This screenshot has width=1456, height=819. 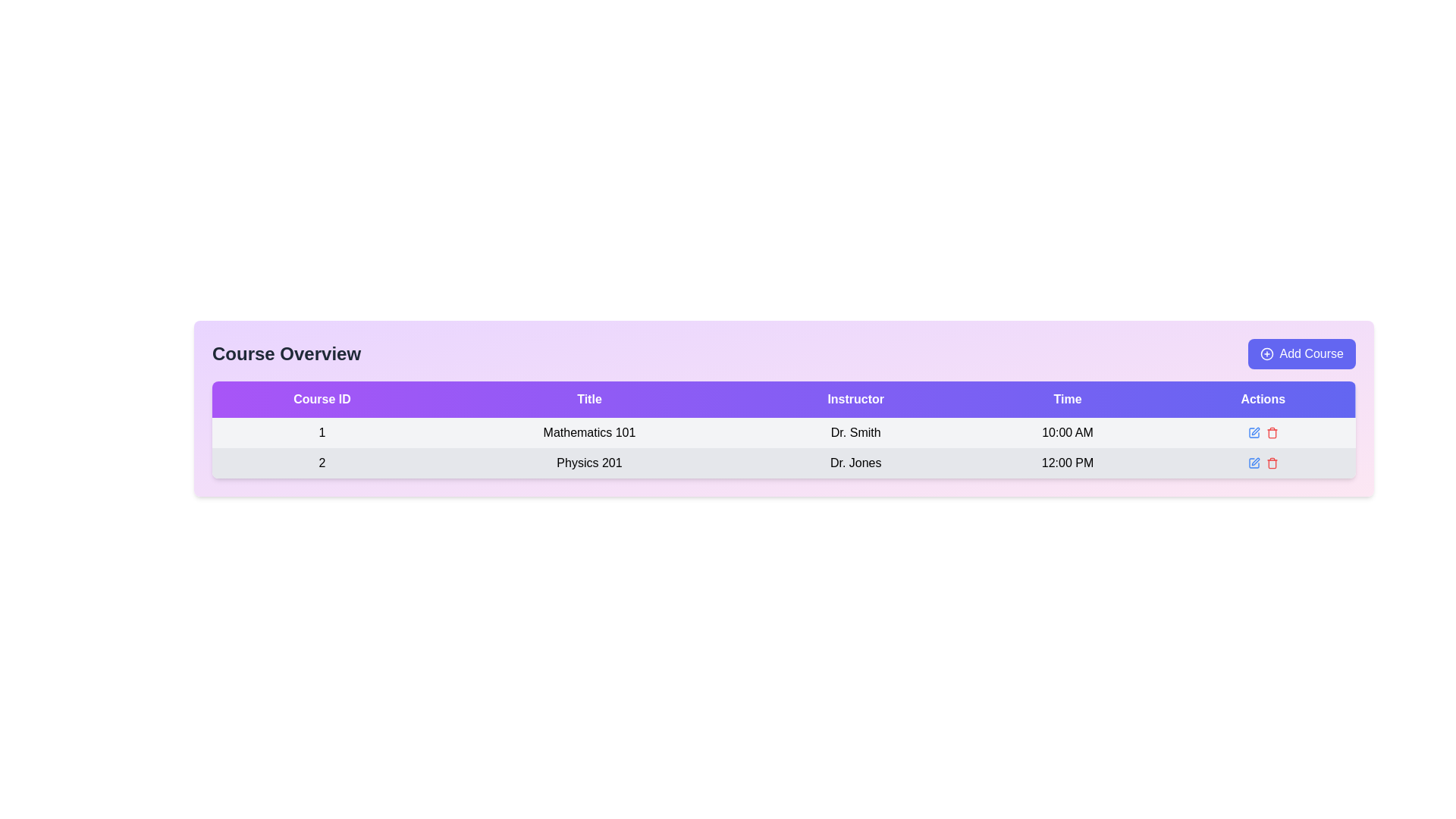 I want to click on the header label for the 'Instructors' column in the table, which is located in the third column of the header row, between 'Title' and 'Time', so click(x=855, y=399).